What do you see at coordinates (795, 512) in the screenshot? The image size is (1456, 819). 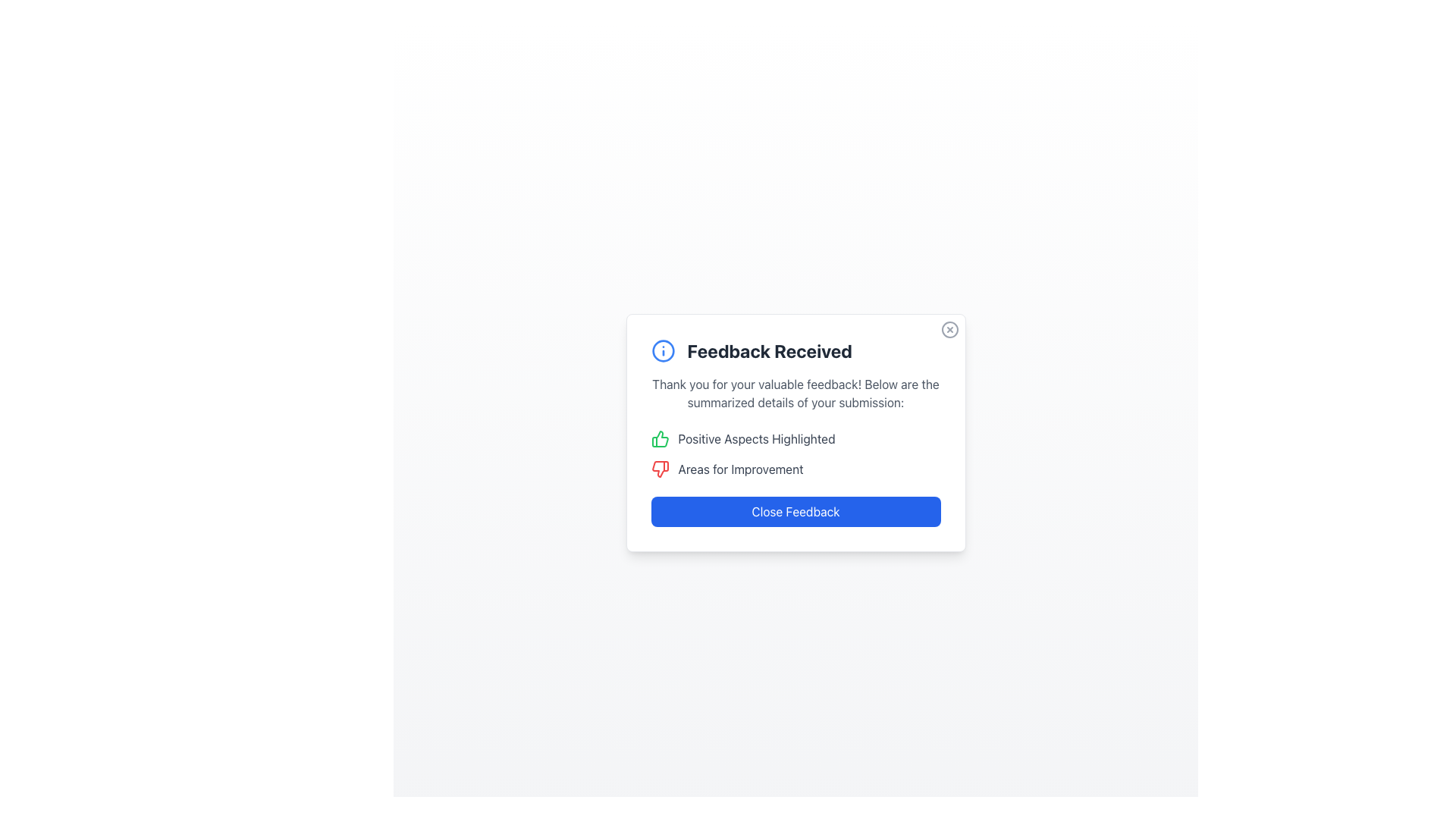 I see `the 'Close Feedback' button, which is a blue rectangular button with white bold text, located at the bottom of the feedback dialog` at bounding box center [795, 512].